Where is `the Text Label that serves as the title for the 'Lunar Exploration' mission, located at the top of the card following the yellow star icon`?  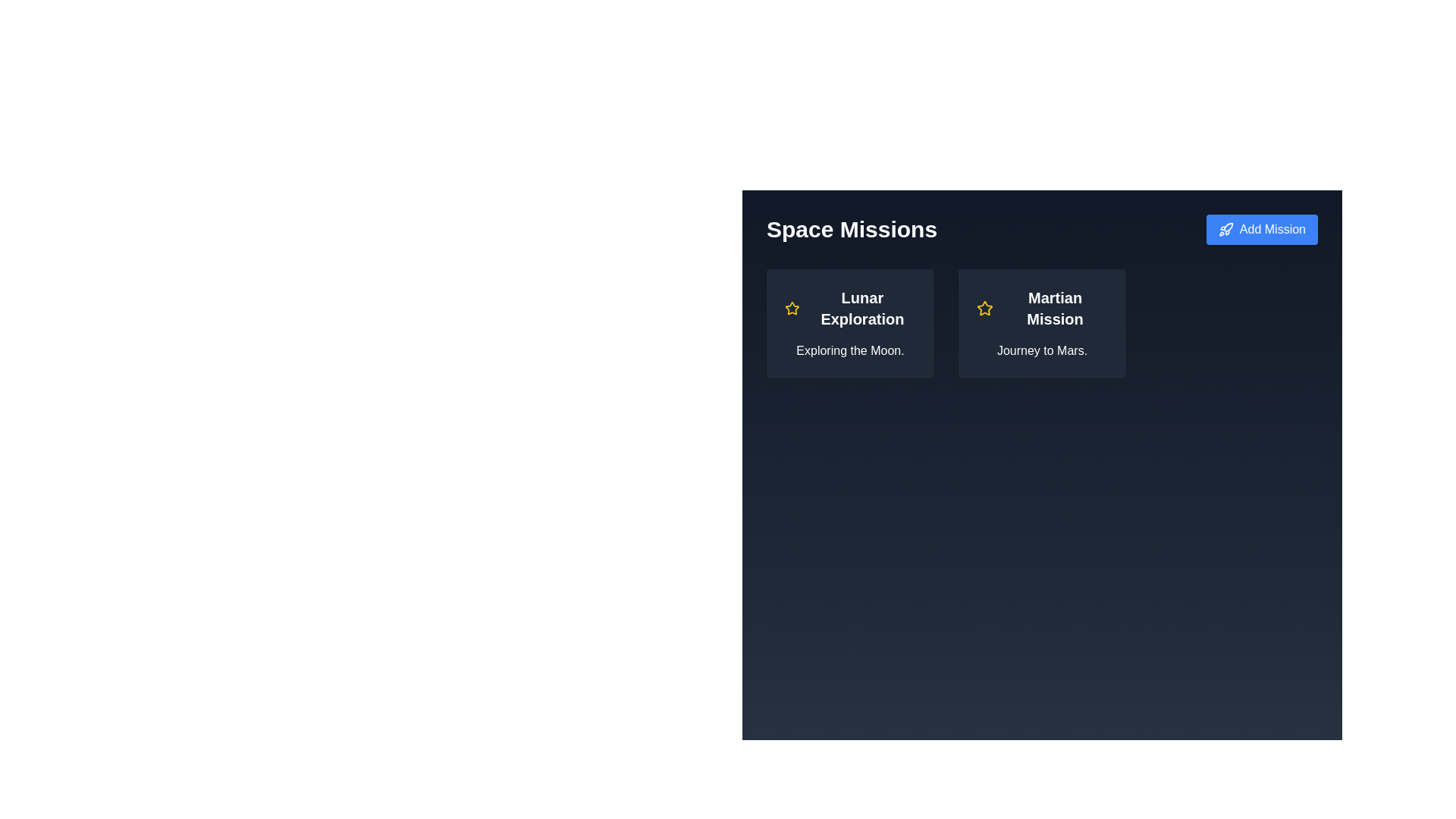 the Text Label that serves as the title for the 'Lunar Exploration' mission, located at the top of the card following the yellow star icon is located at coordinates (850, 308).